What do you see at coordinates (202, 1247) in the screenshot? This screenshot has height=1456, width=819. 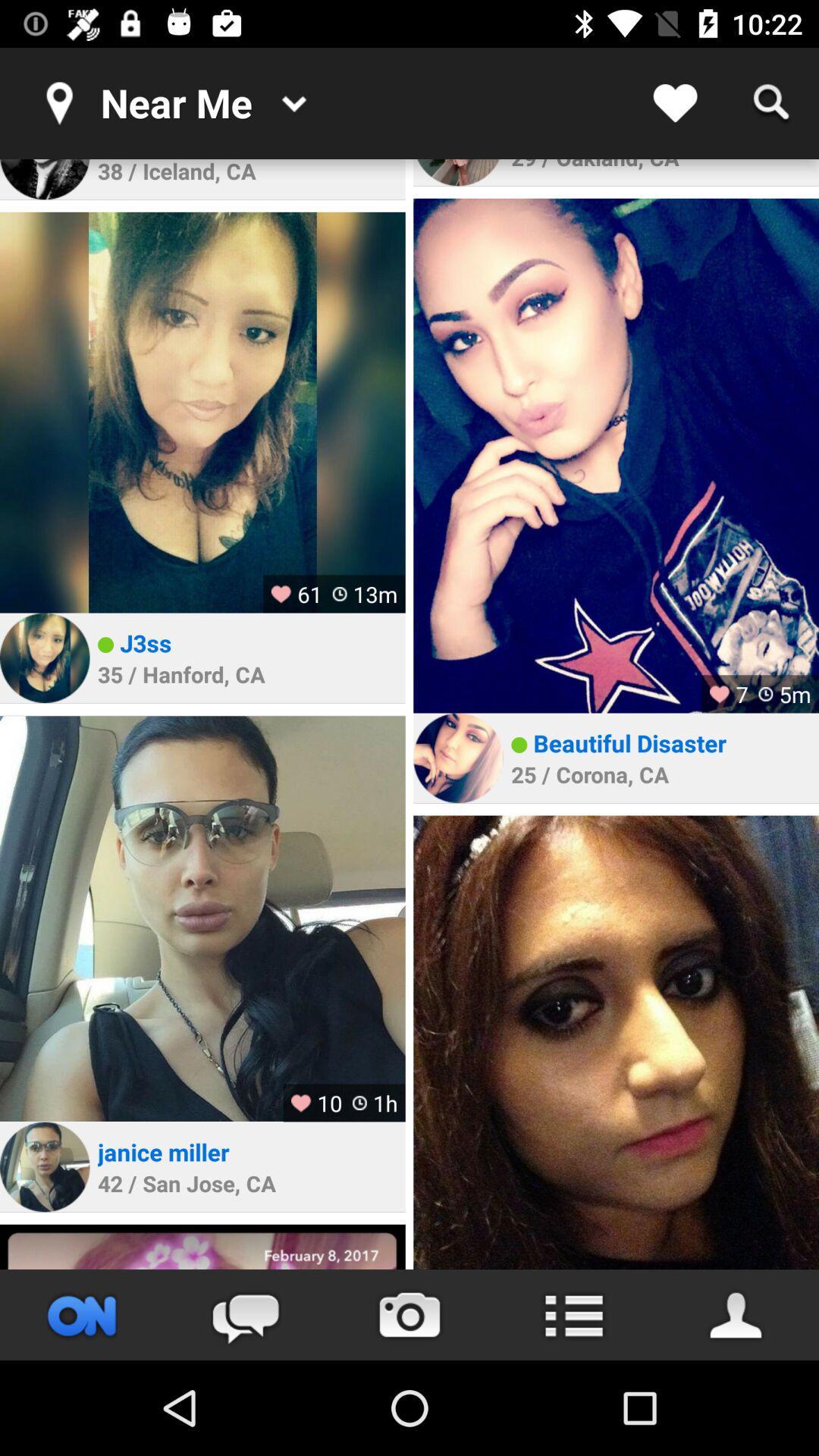 I see `advertisement` at bounding box center [202, 1247].